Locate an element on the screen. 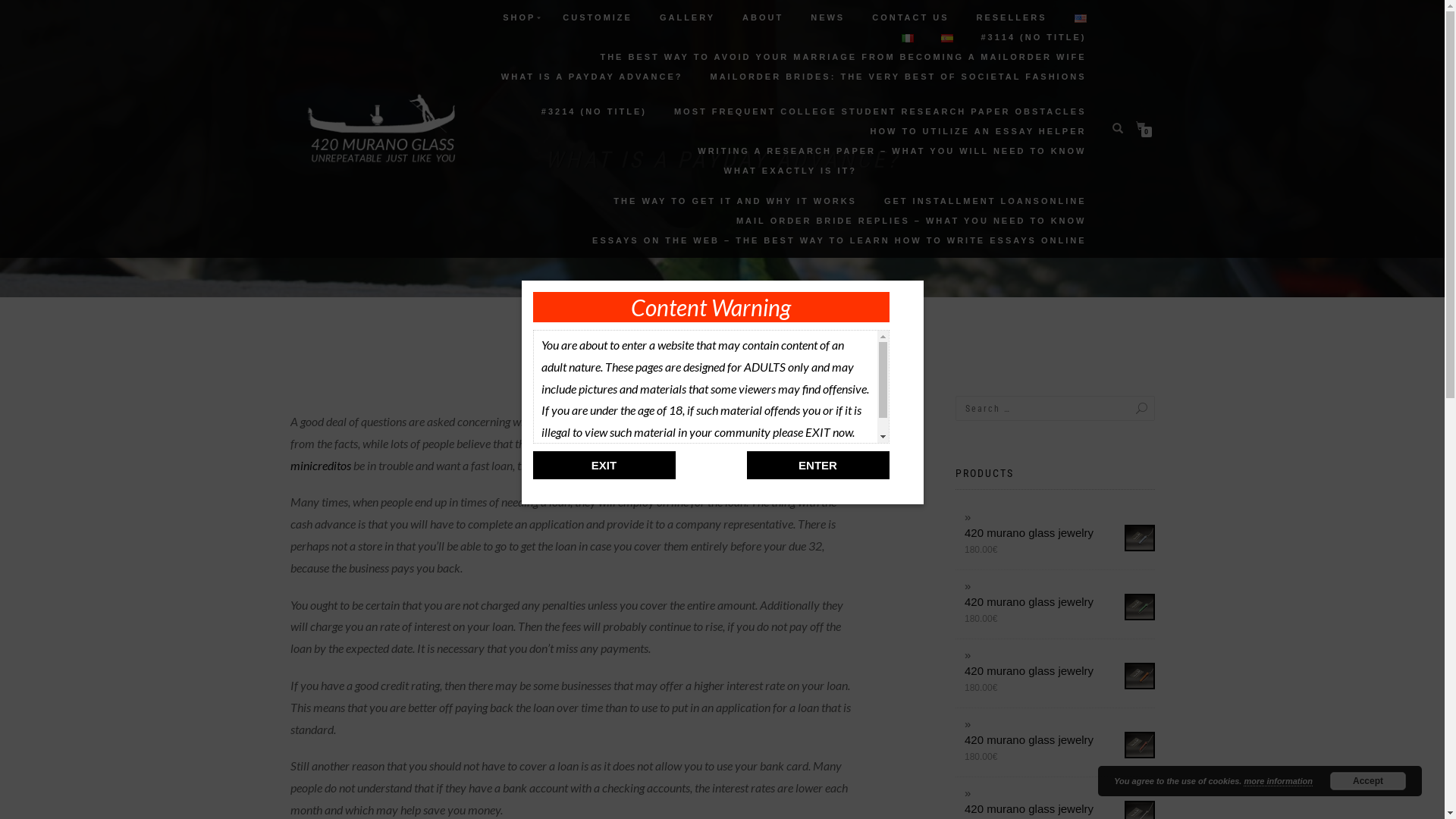  'RESELLERS' is located at coordinates (1011, 17).